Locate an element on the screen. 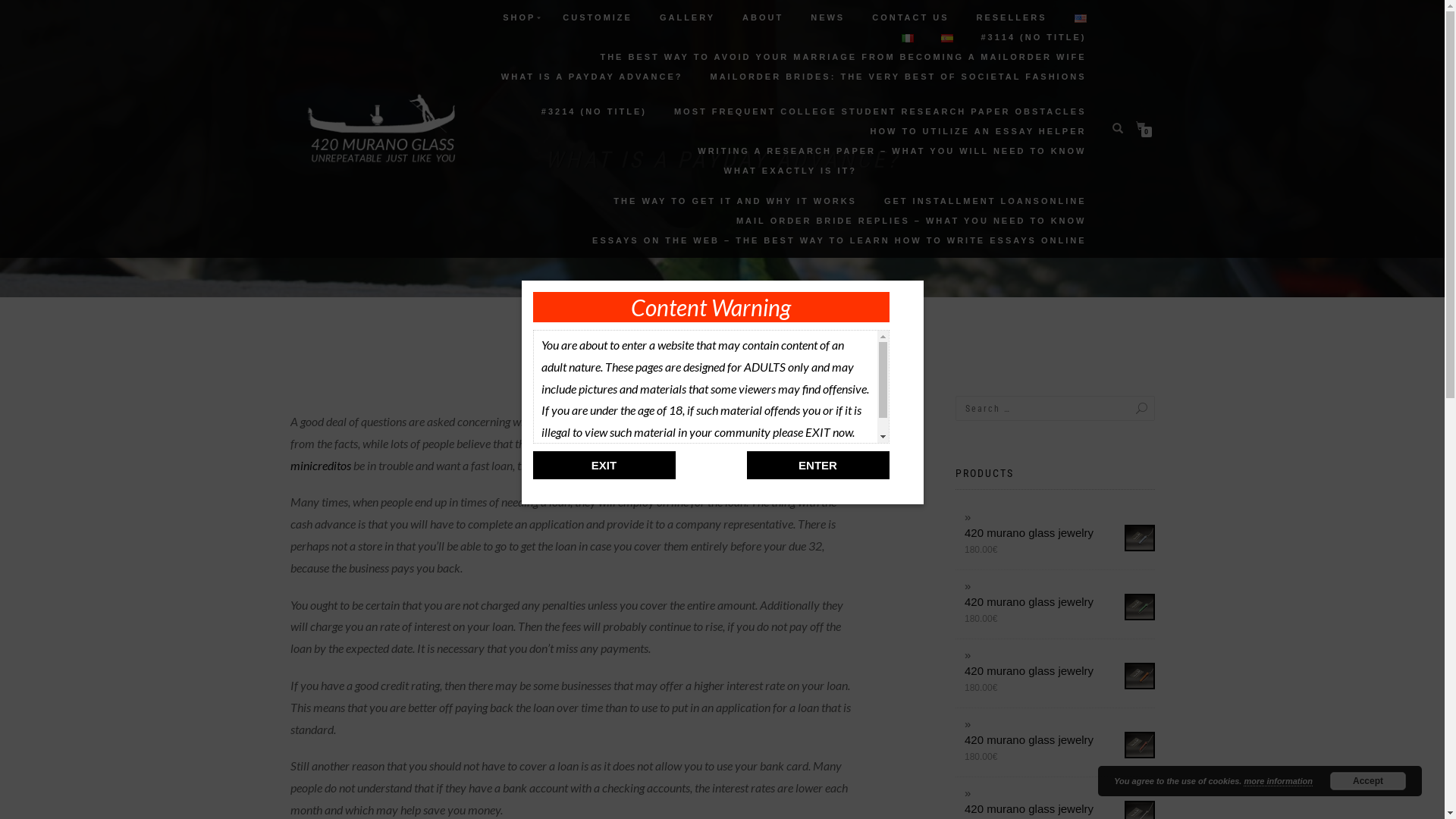  'RESELLERS' is located at coordinates (1011, 17).